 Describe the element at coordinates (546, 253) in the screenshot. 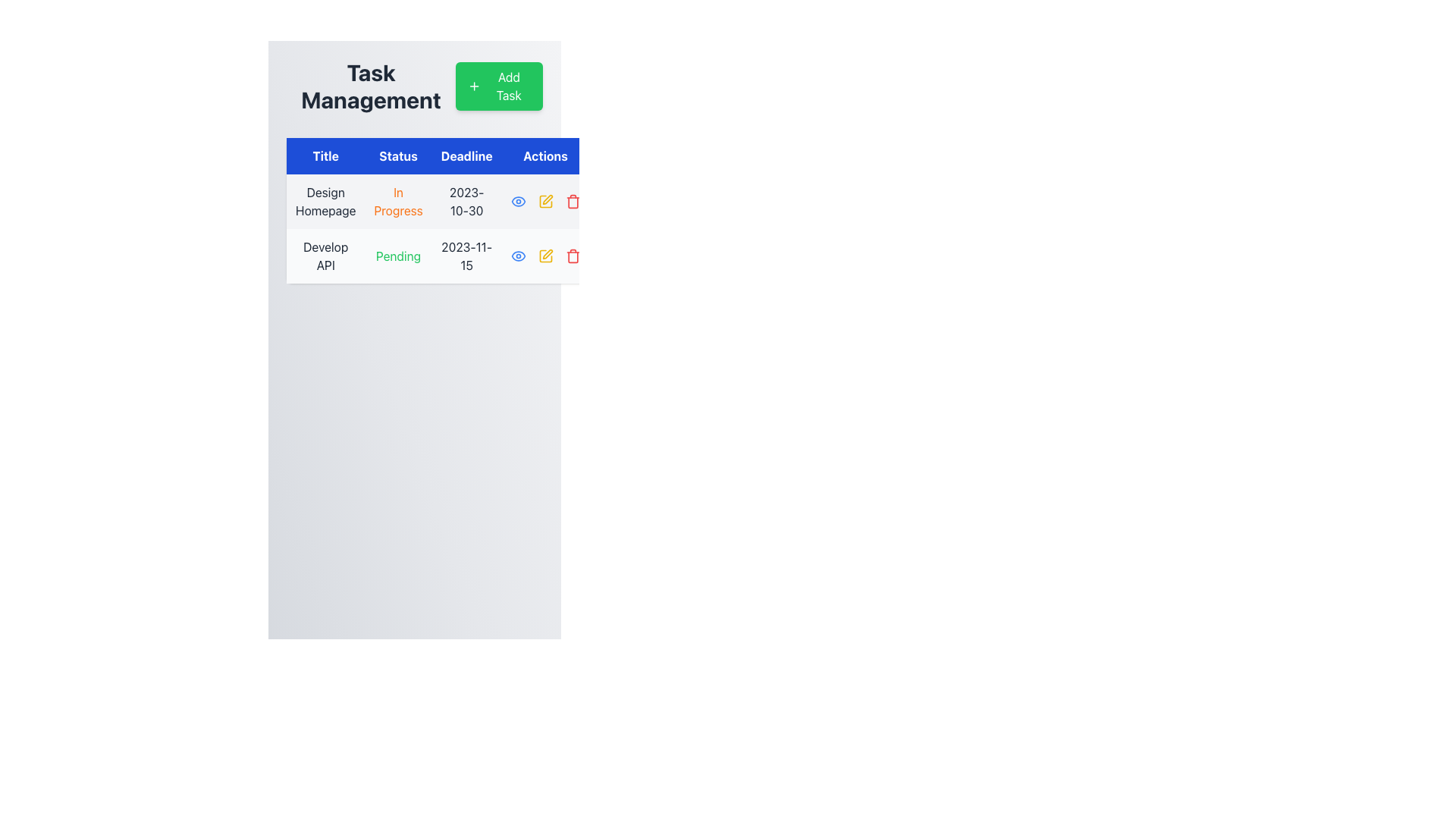

I see `the stylized pen icon located in the second row of the 'Actions' column of the task management table` at that location.